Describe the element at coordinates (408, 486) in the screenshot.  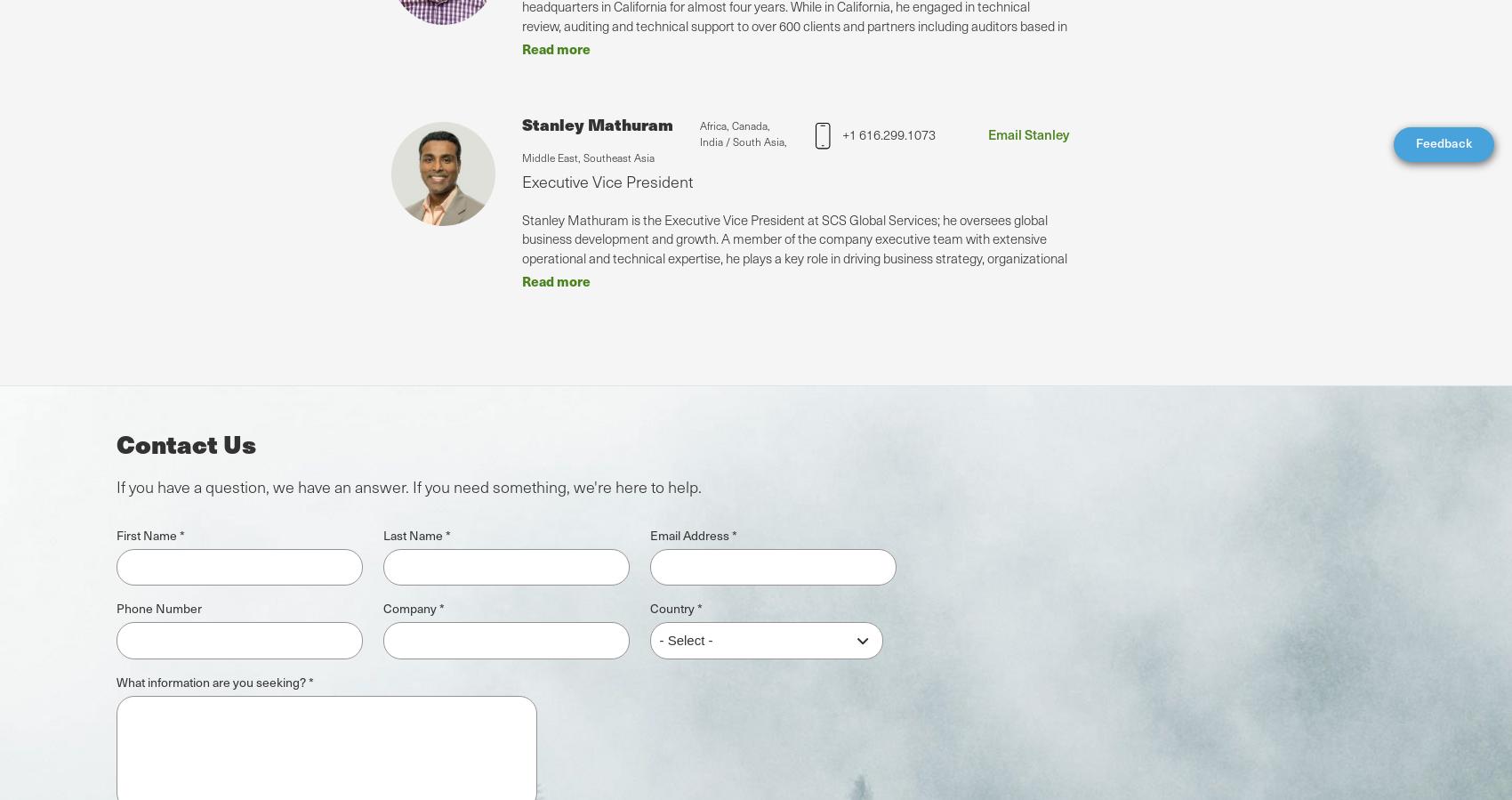
I see `'If you have a question, we have an answer. If you need something, we're here to help.'` at that location.